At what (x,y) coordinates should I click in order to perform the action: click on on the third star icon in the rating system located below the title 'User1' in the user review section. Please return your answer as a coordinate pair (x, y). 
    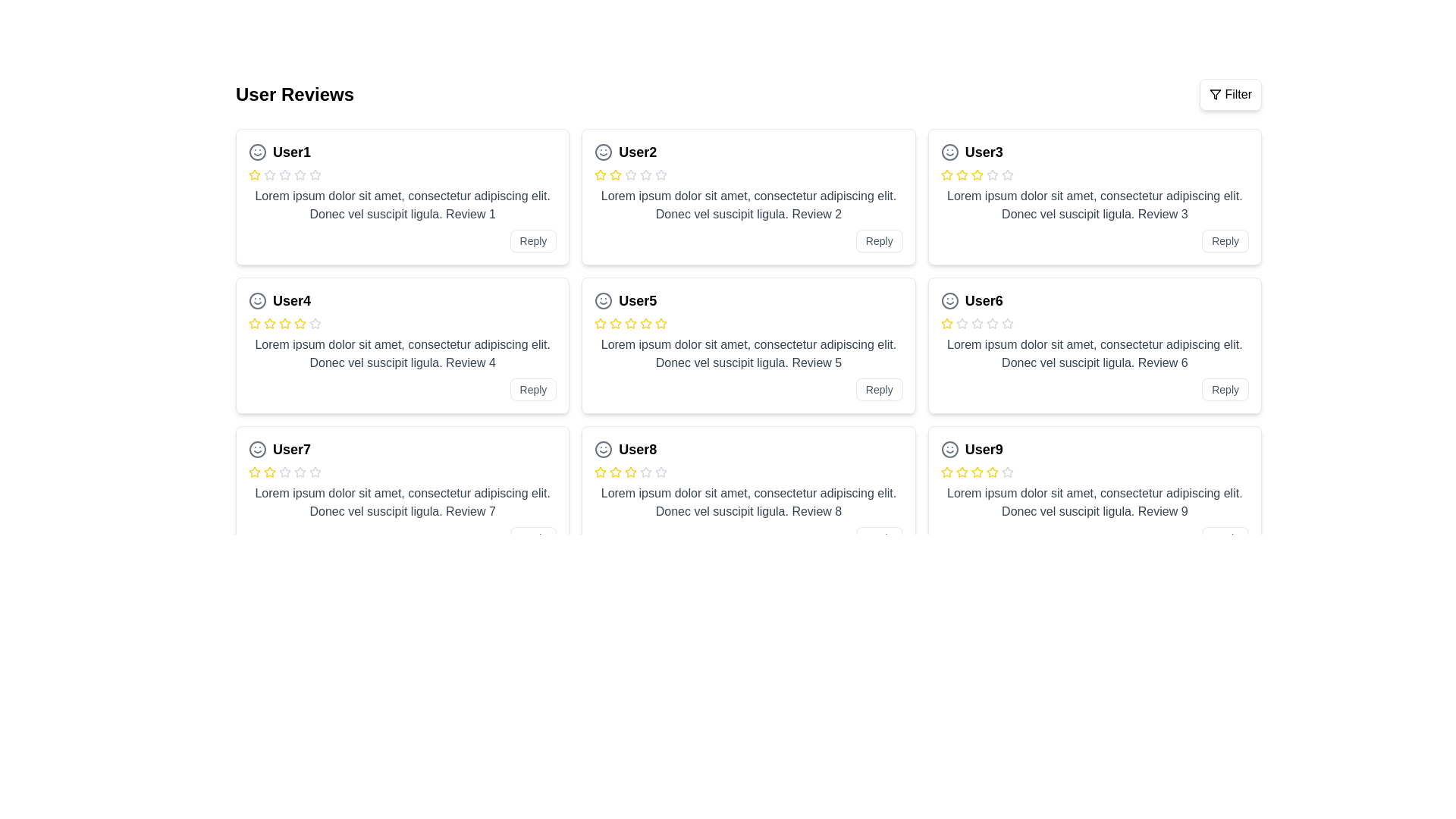
    Looking at the image, I should click on (269, 174).